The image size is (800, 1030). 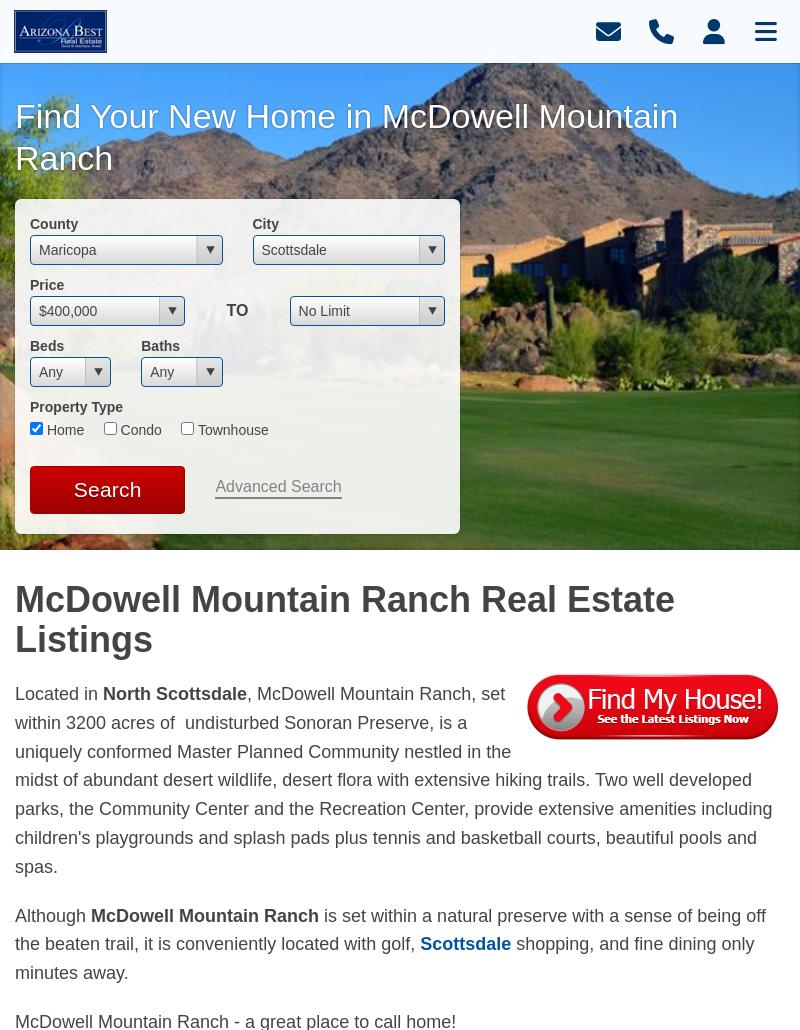 What do you see at coordinates (114, 429) in the screenshot?
I see `'Condo'` at bounding box center [114, 429].